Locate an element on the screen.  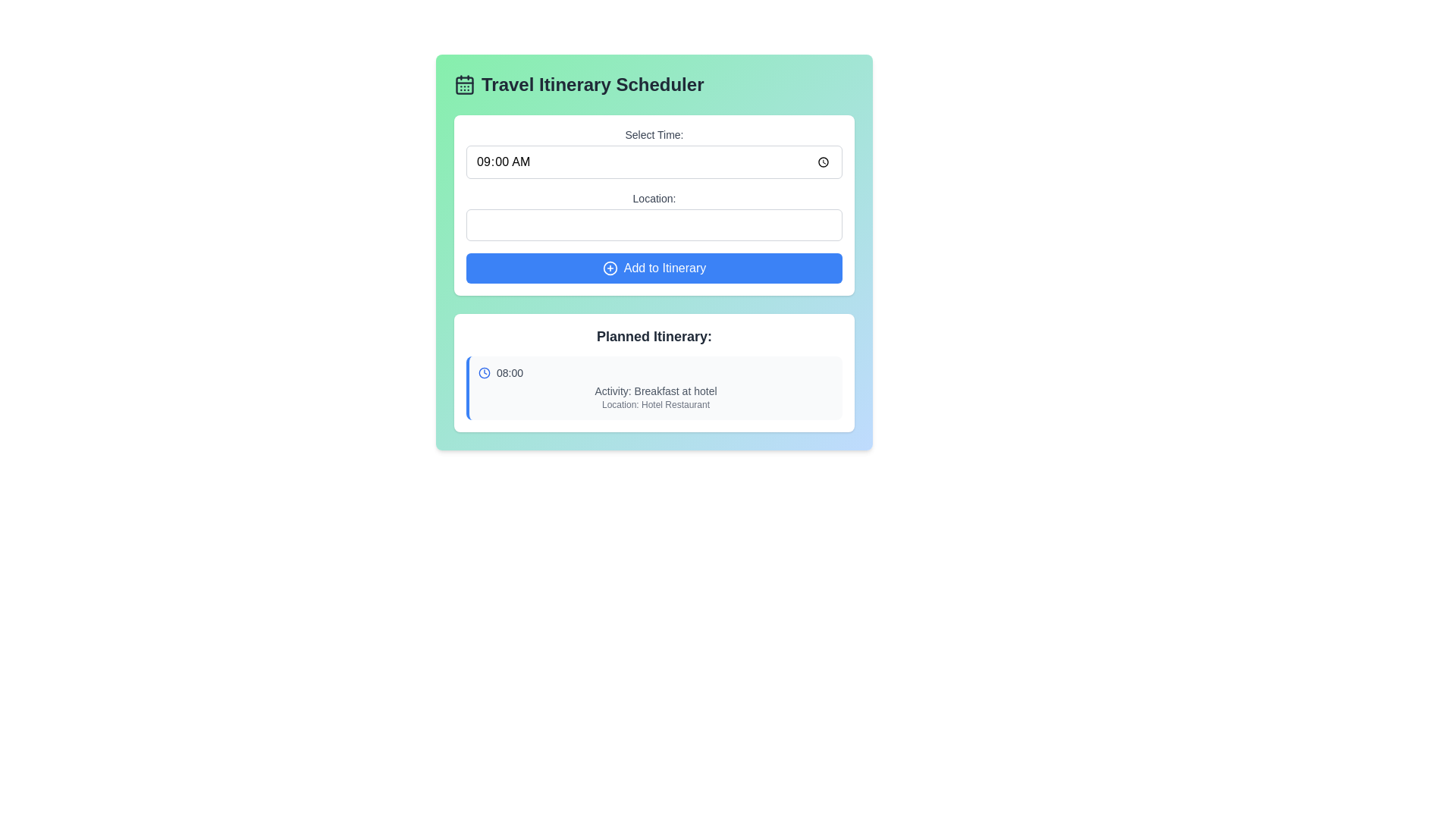
the calendar icon located at the top-left of the interface, adjacent to the 'Travel Itinerary Scheduler' title header is located at coordinates (464, 84).